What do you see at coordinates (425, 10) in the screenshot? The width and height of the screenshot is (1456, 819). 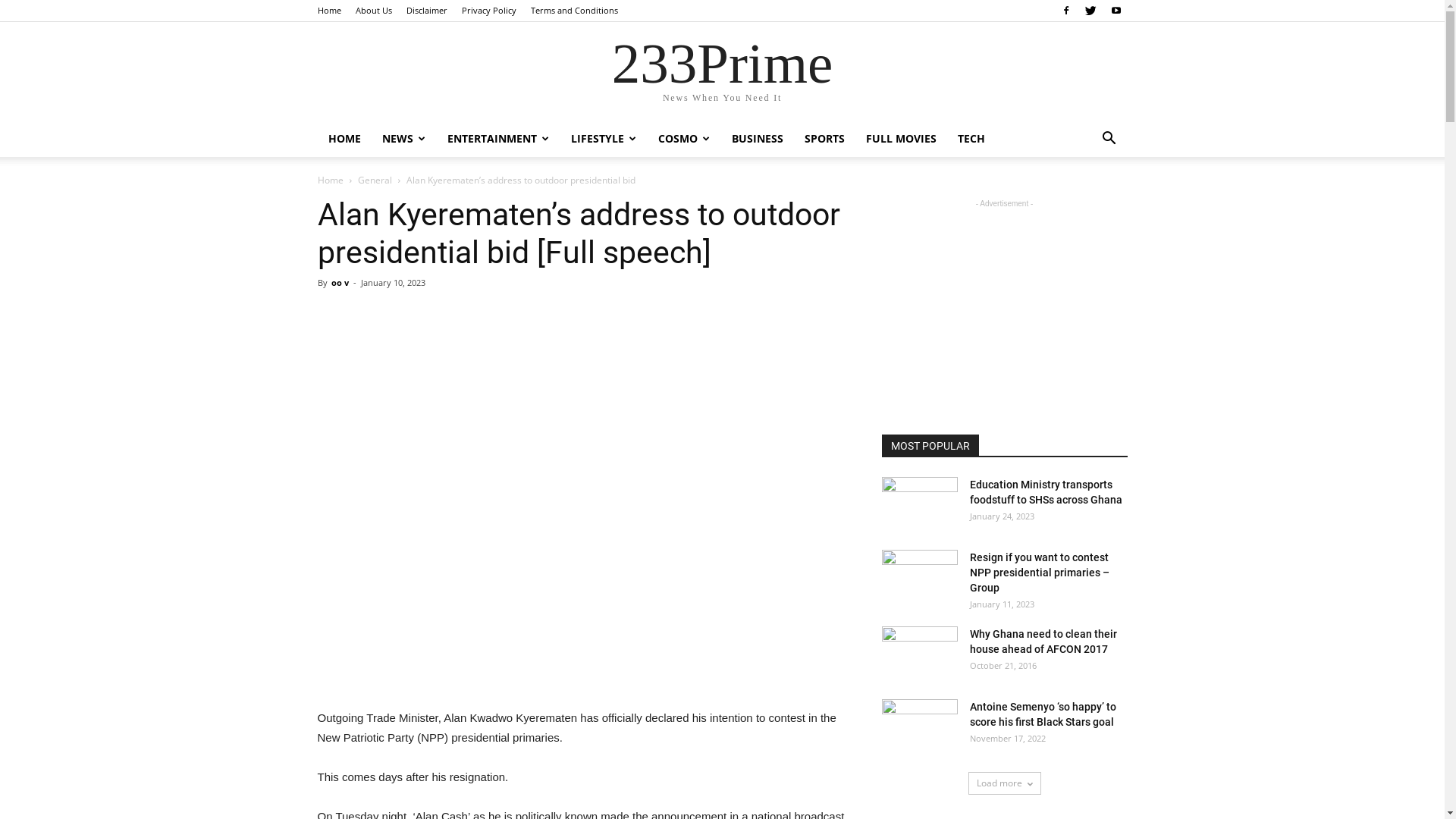 I see `'Disclaimer'` at bounding box center [425, 10].